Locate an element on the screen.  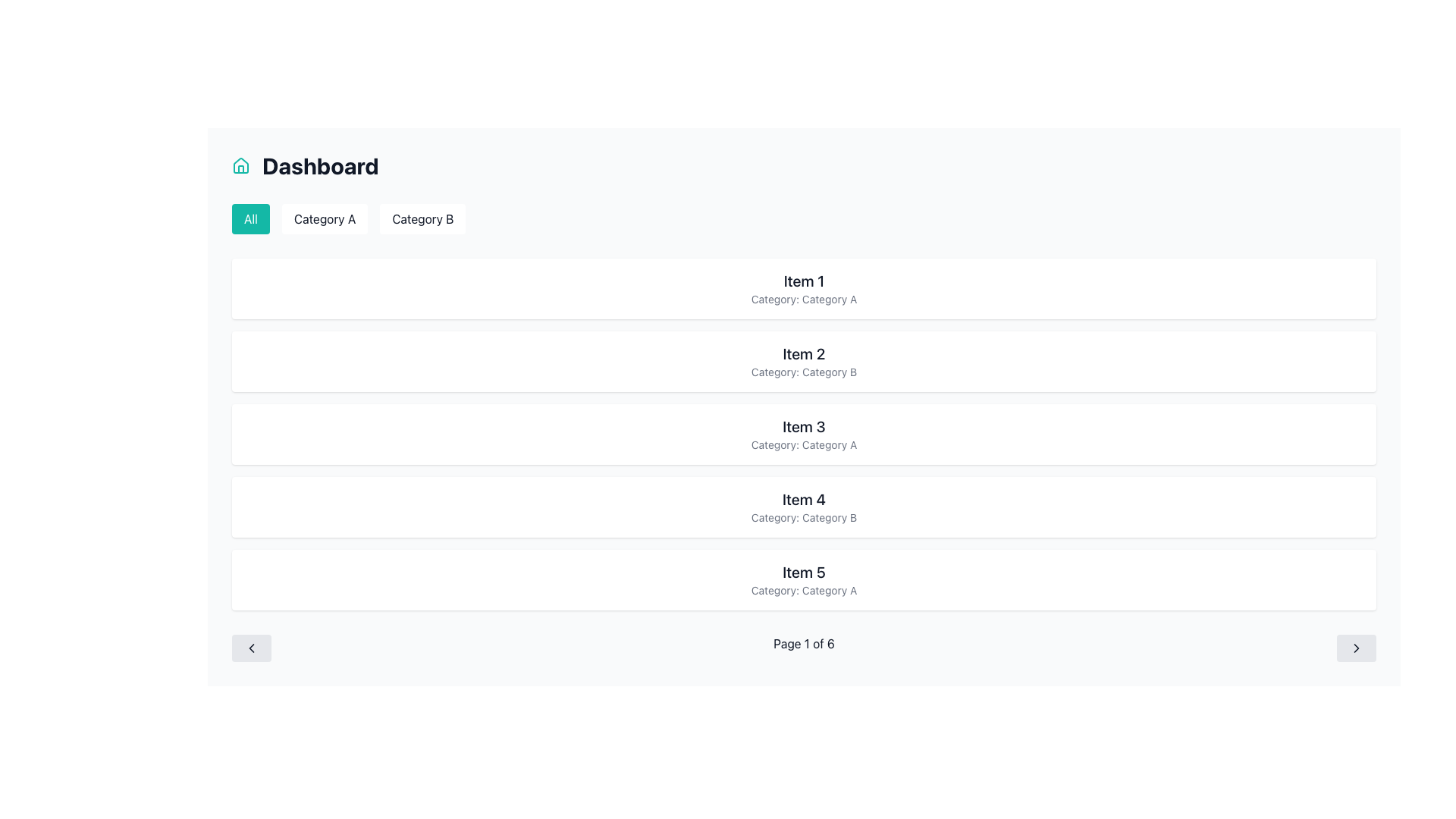
the third button located below the 'Dashboard' heading to filter content by 'Category B' is located at coordinates (422, 219).